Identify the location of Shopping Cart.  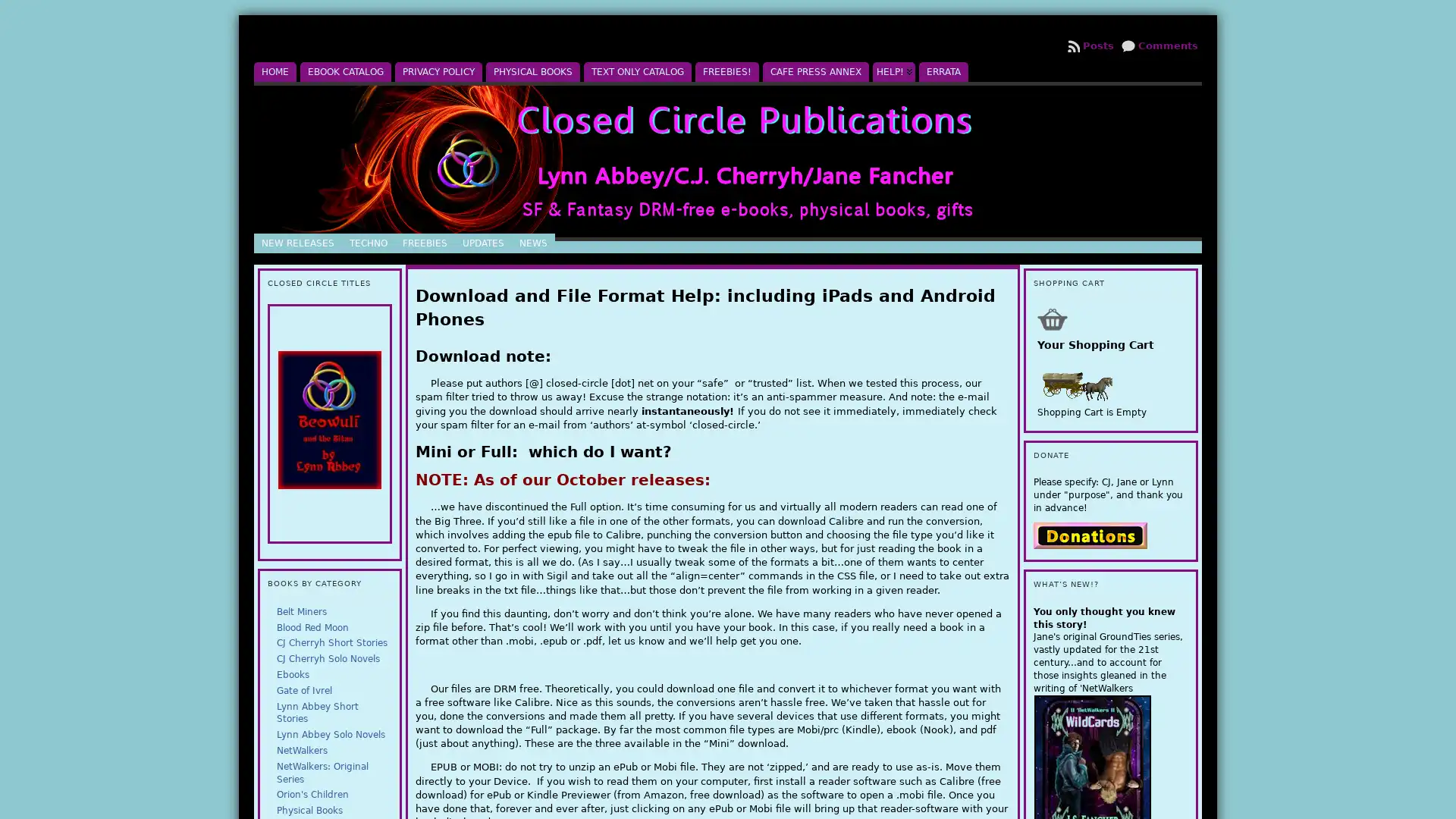
(1051, 318).